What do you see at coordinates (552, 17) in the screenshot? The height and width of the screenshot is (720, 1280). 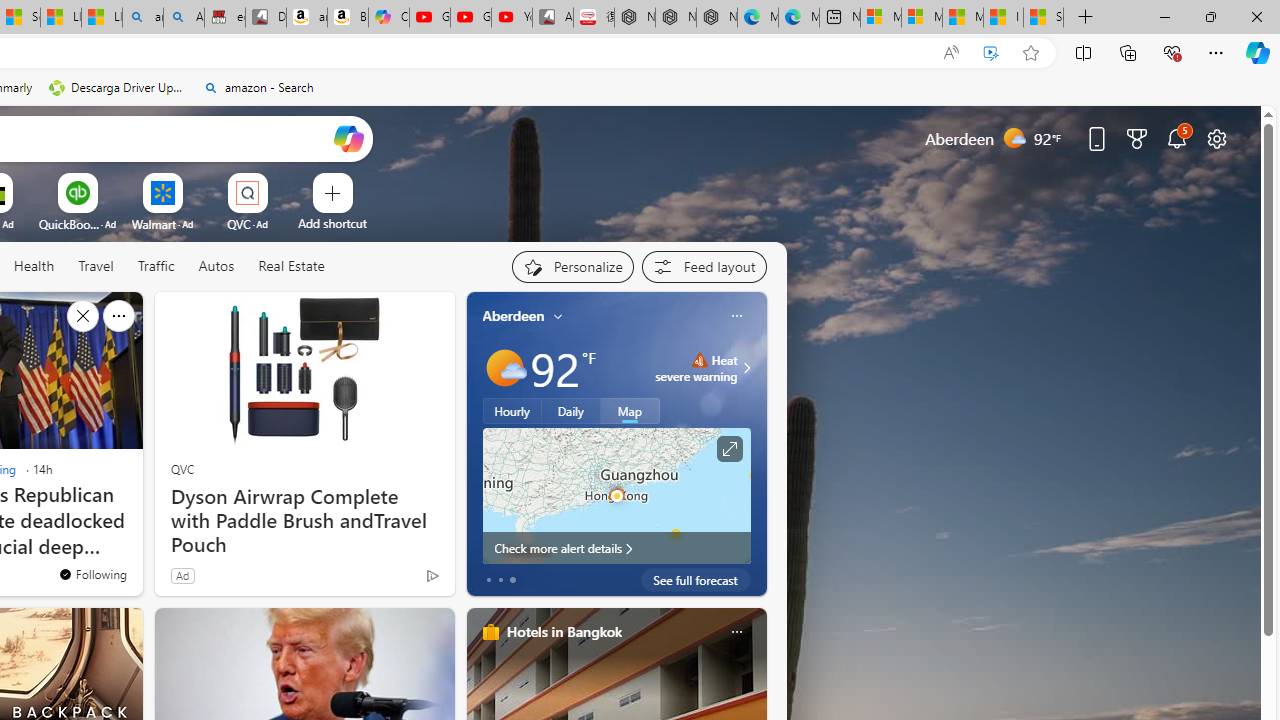 I see `'All Cubot phones'` at bounding box center [552, 17].